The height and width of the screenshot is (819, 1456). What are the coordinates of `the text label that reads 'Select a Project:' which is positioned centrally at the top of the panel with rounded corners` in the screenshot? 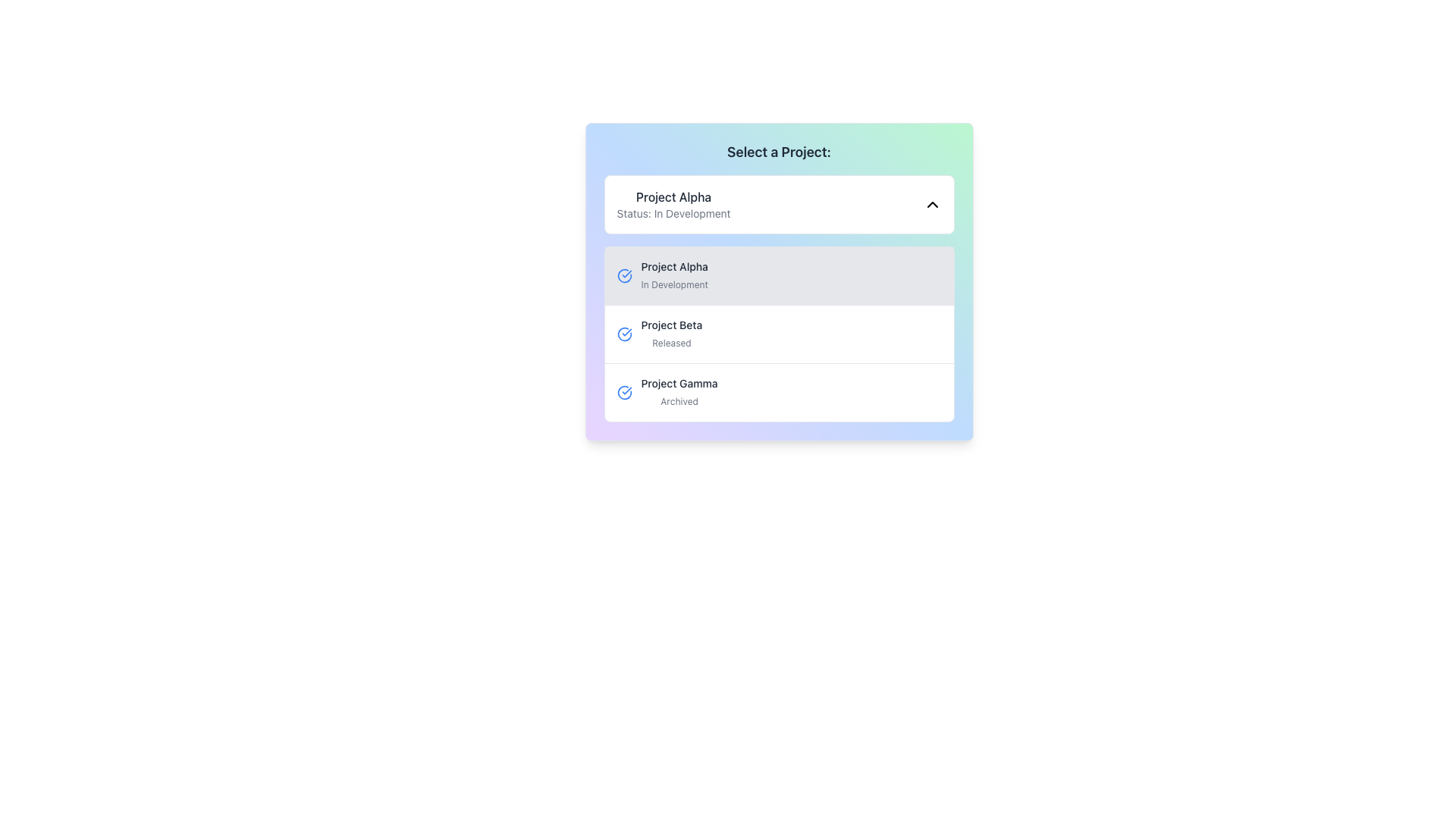 It's located at (779, 152).